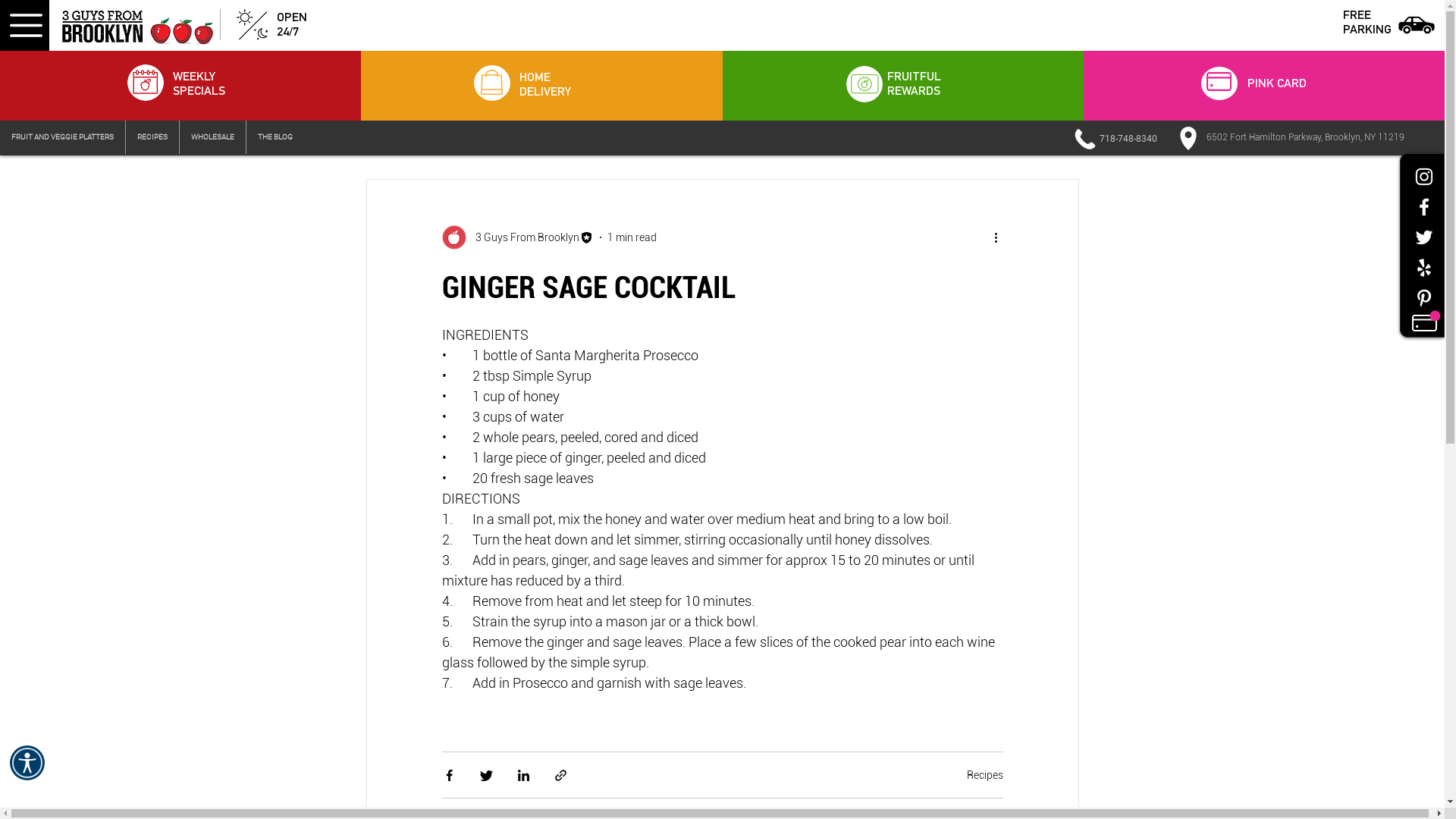 The image size is (1456, 819). What do you see at coordinates (1205, 137) in the screenshot?
I see `'6502 Fort Hamilton Parkway, Brooklyn, NY 11219'` at bounding box center [1205, 137].